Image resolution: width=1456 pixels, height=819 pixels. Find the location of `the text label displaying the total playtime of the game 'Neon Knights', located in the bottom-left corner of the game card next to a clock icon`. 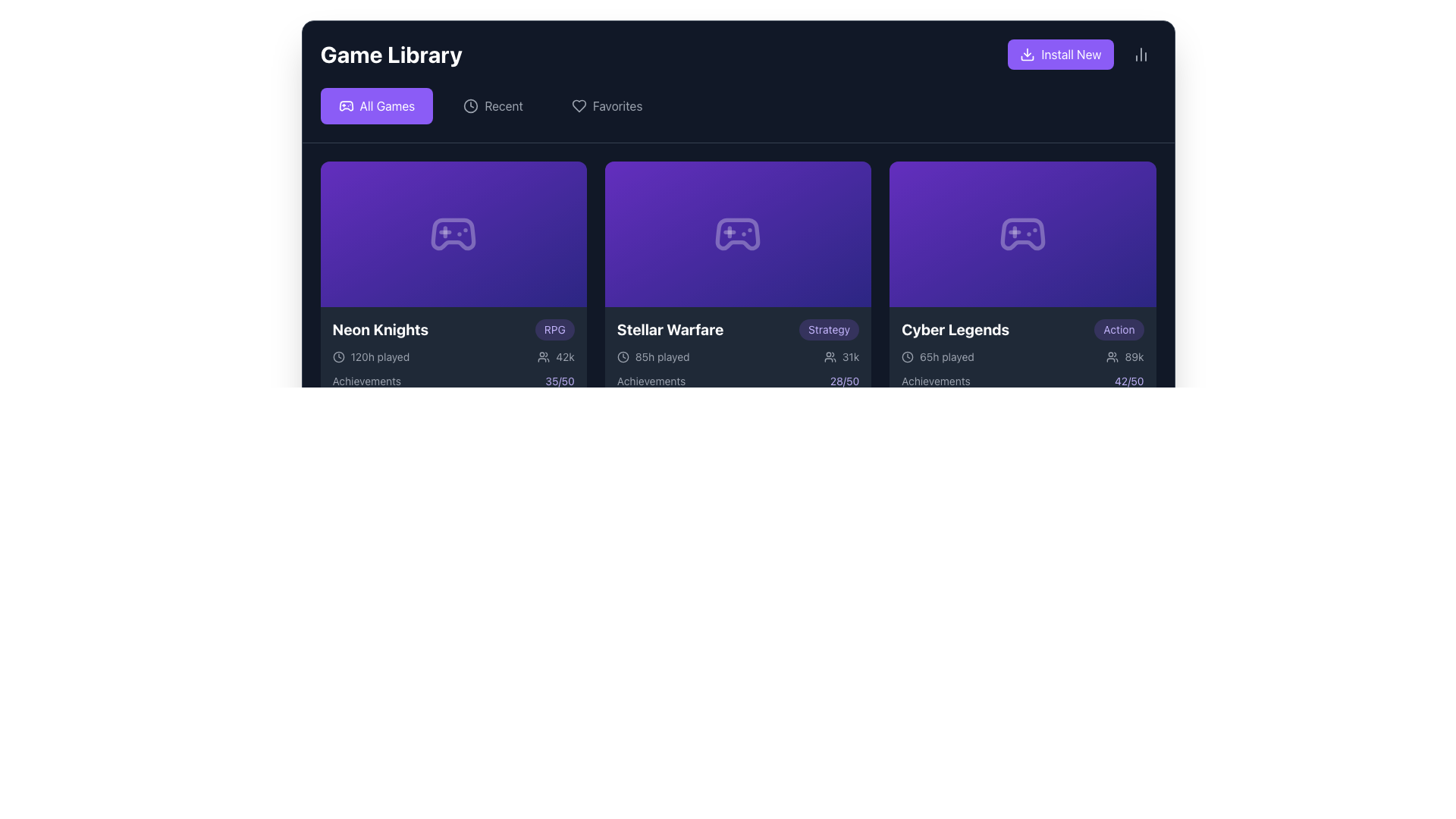

the text label displaying the total playtime of the game 'Neon Knights', located in the bottom-left corner of the game card next to a clock icon is located at coordinates (380, 356).